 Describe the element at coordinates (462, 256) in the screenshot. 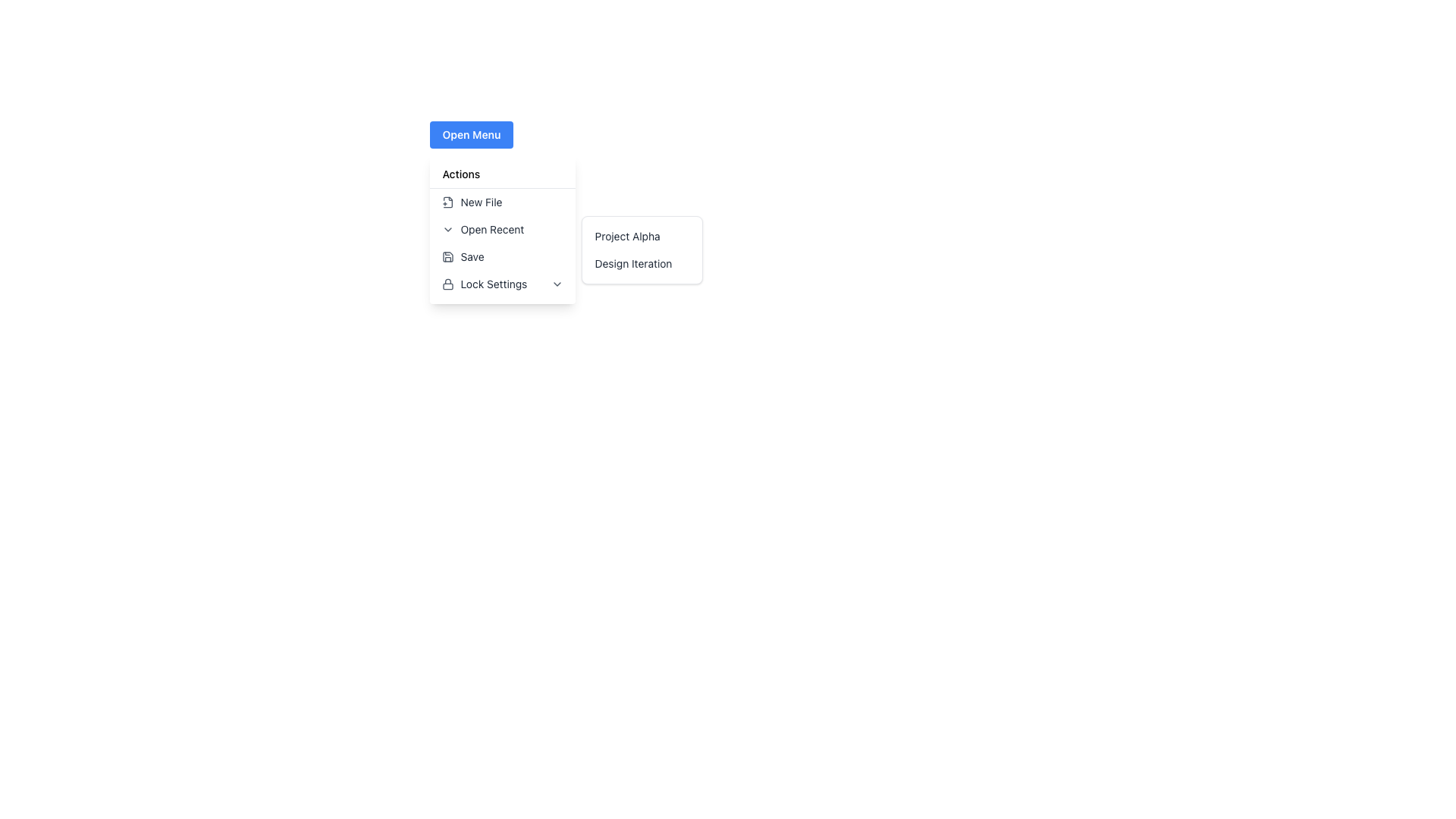

I see `the 'Save' menu item in the dropdown menu labeled 'Actions' to change its visual state` at that location.